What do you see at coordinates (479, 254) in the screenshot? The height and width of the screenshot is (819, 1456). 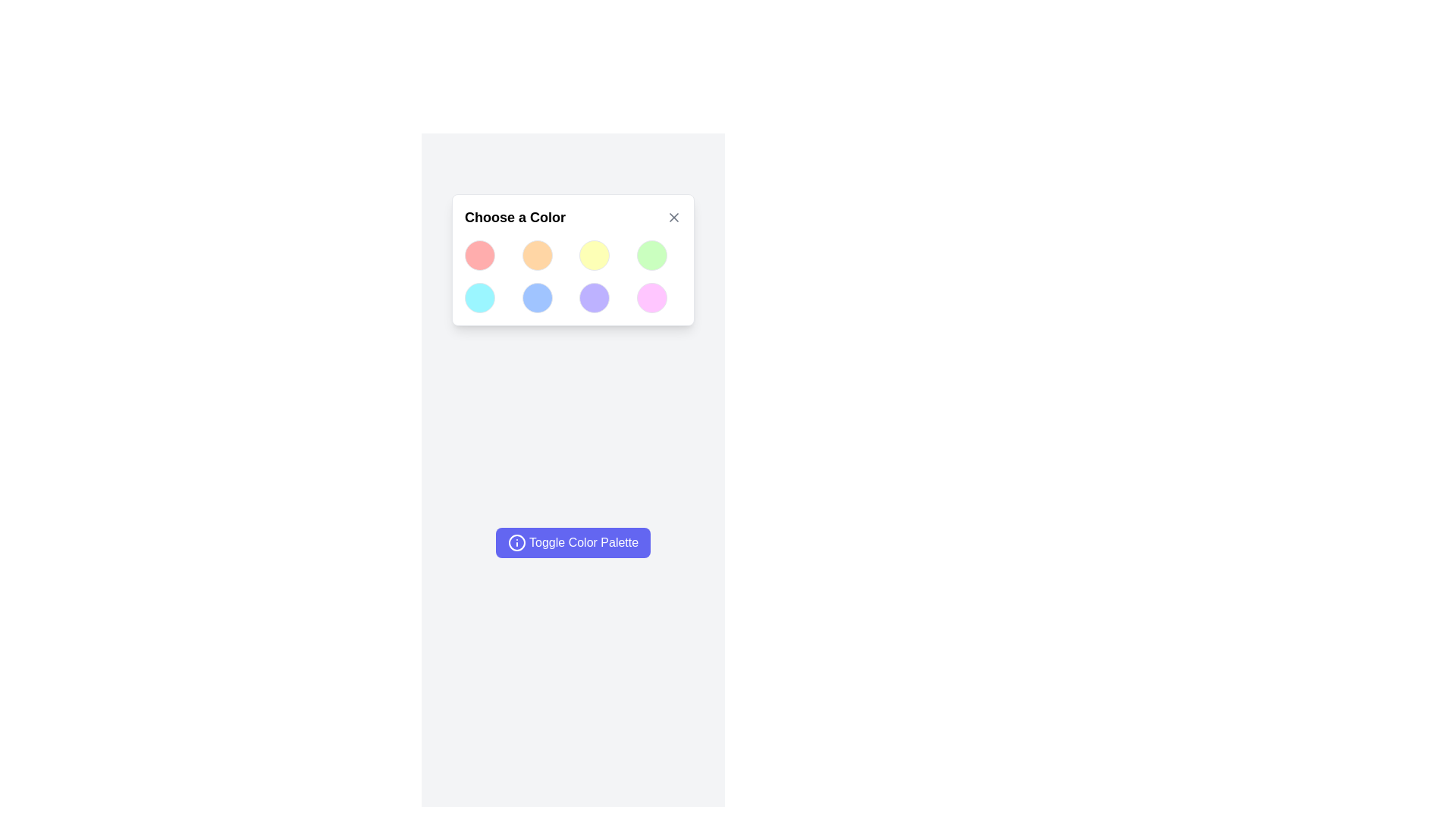 I see `the first color swatch button in the grid layout` at bounding box center [479, 254].